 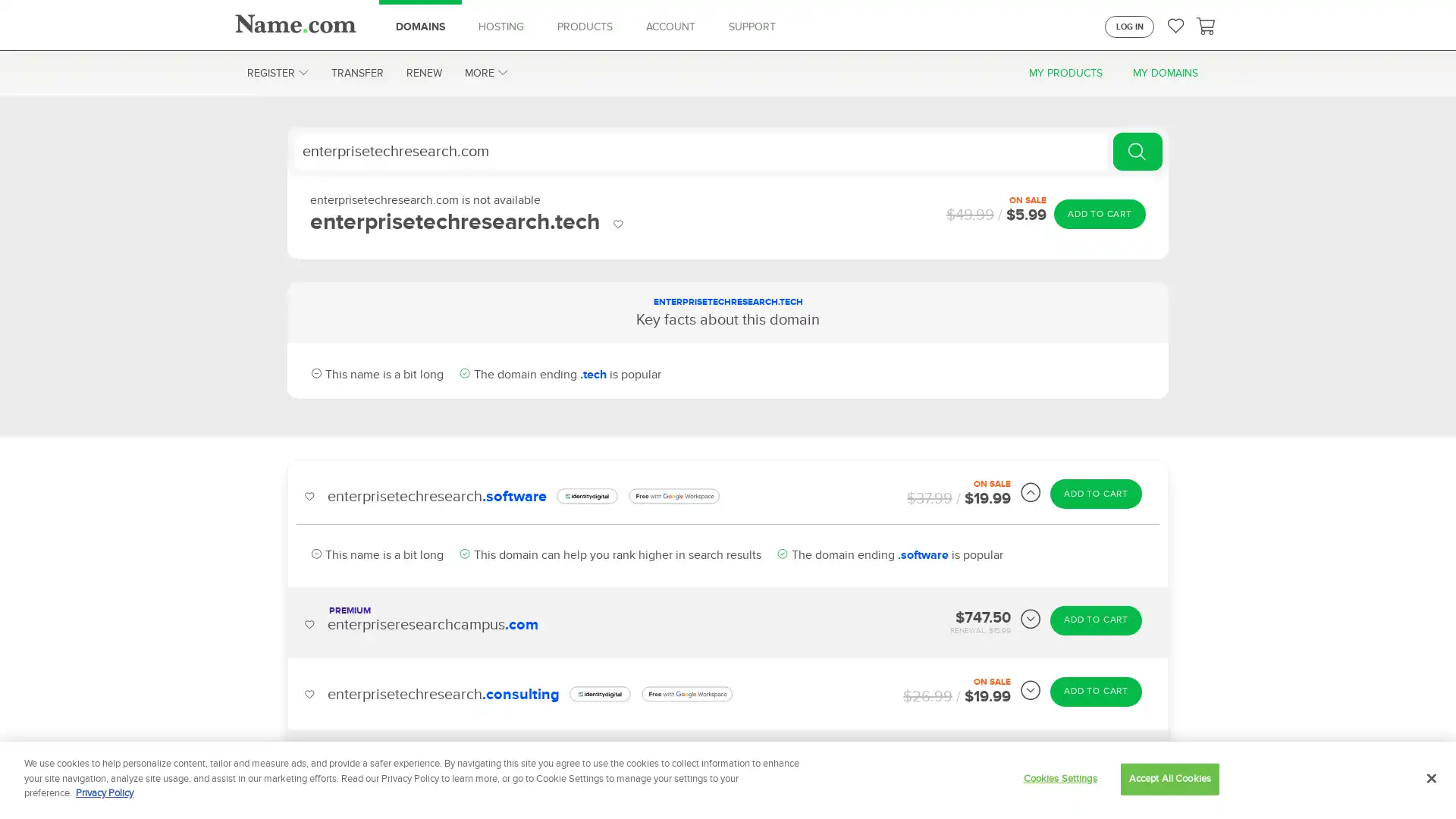 What do you see at coordinates (1059, 778) in the screenshot?
I see `Cookies Settings` at bounding box center [1059, 778].